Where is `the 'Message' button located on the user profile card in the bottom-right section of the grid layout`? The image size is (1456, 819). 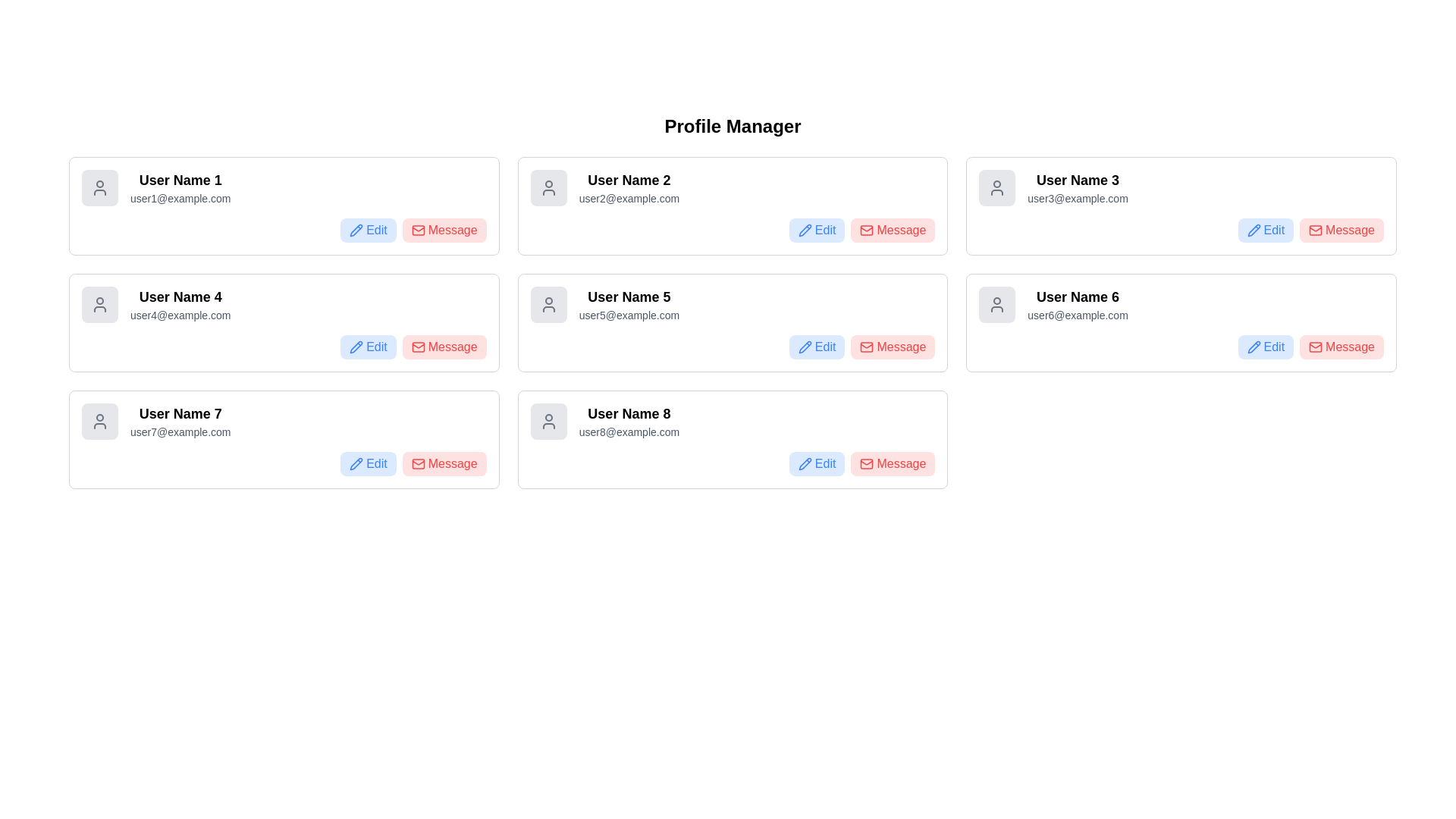 the 'Message' button located on the user profile card in the bottom-right section of the grid layout is located at coordinates (1181, 322).